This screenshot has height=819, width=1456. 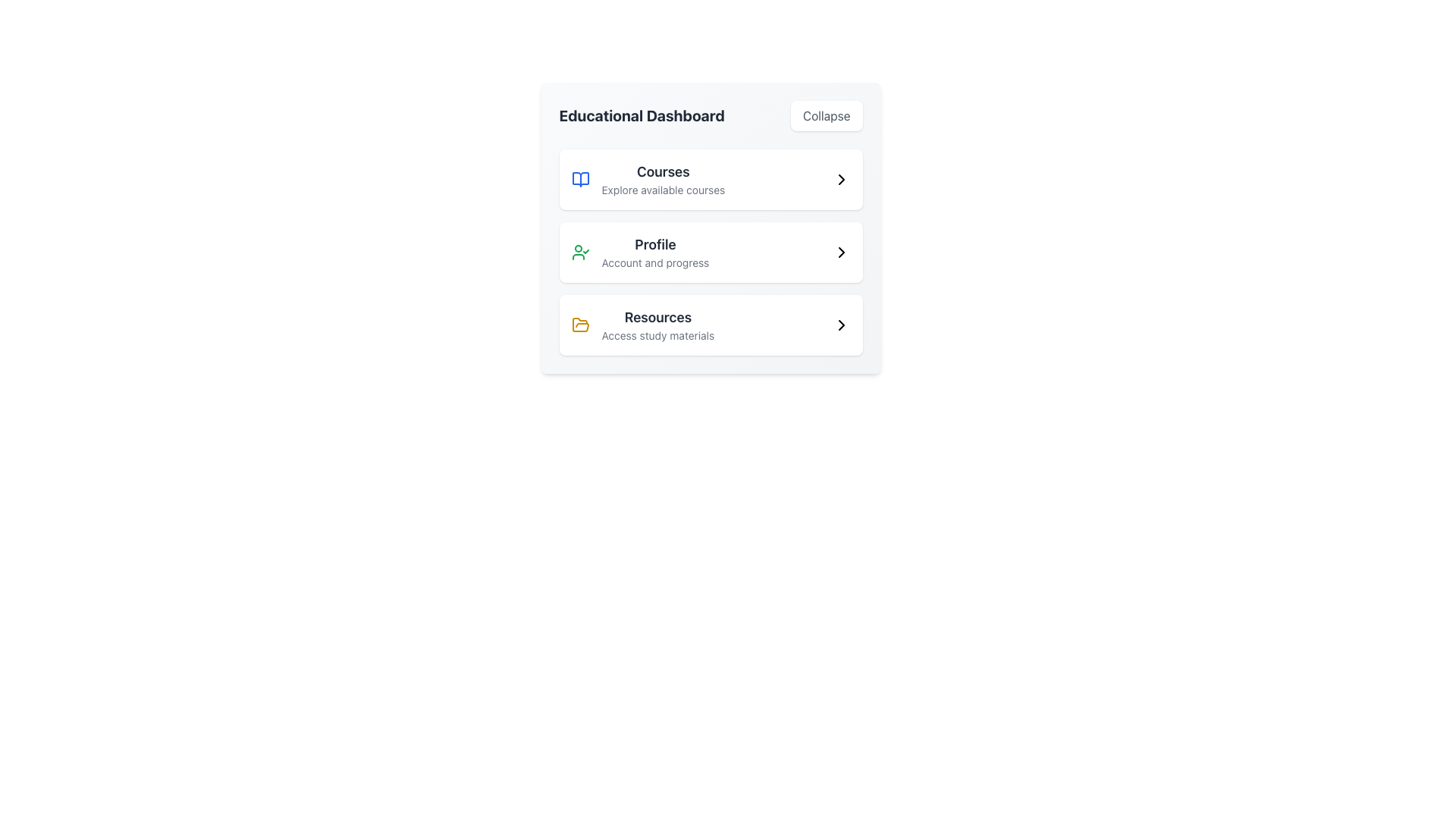 I want to click on the user profile status icon located to the left of the 'Profile' text label in the 'Profile' section of the interface, so click(x=579, y=251).